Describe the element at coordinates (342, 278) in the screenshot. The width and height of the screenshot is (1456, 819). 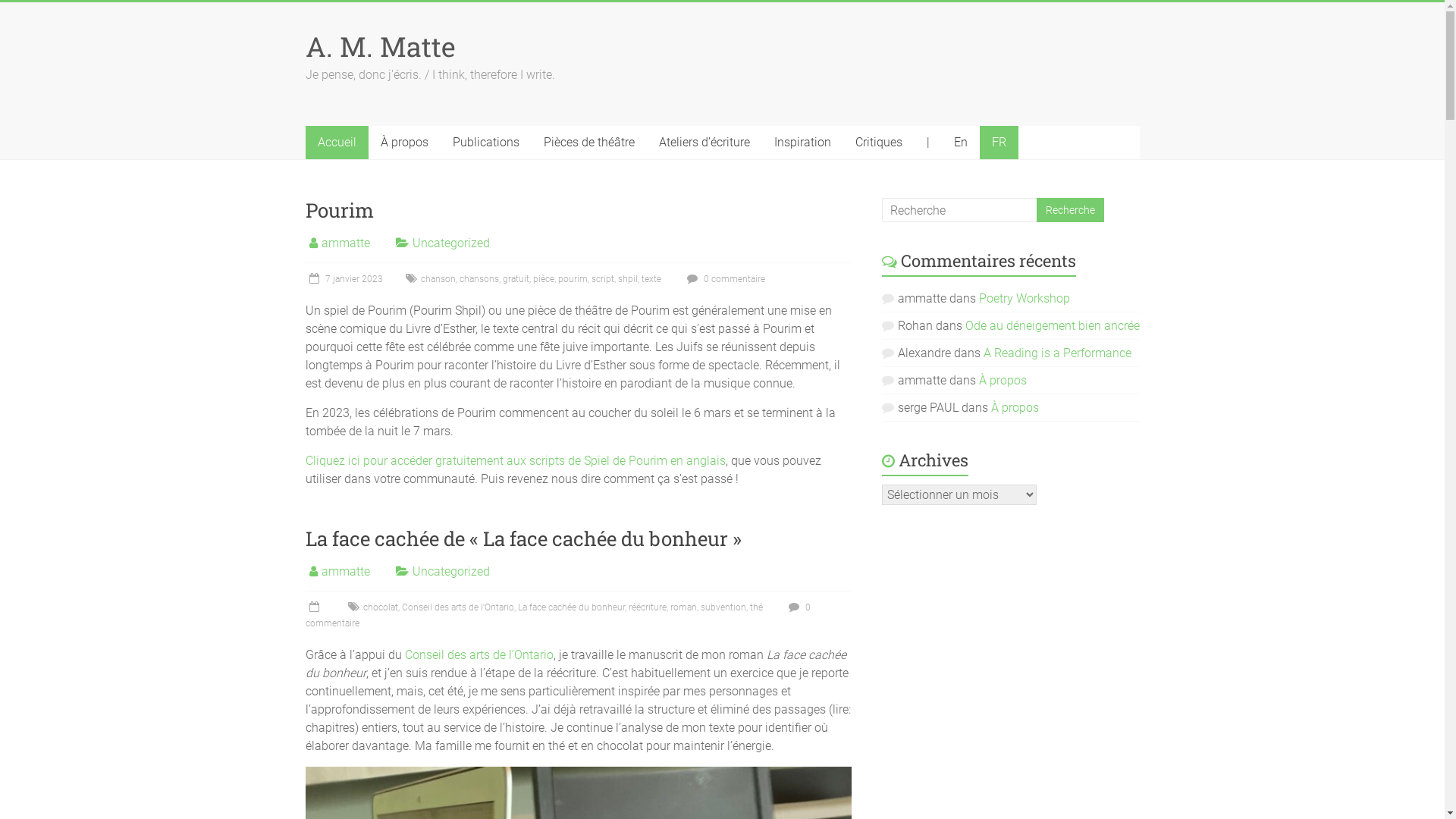
I see `'7 janvier 2023'` at that location.